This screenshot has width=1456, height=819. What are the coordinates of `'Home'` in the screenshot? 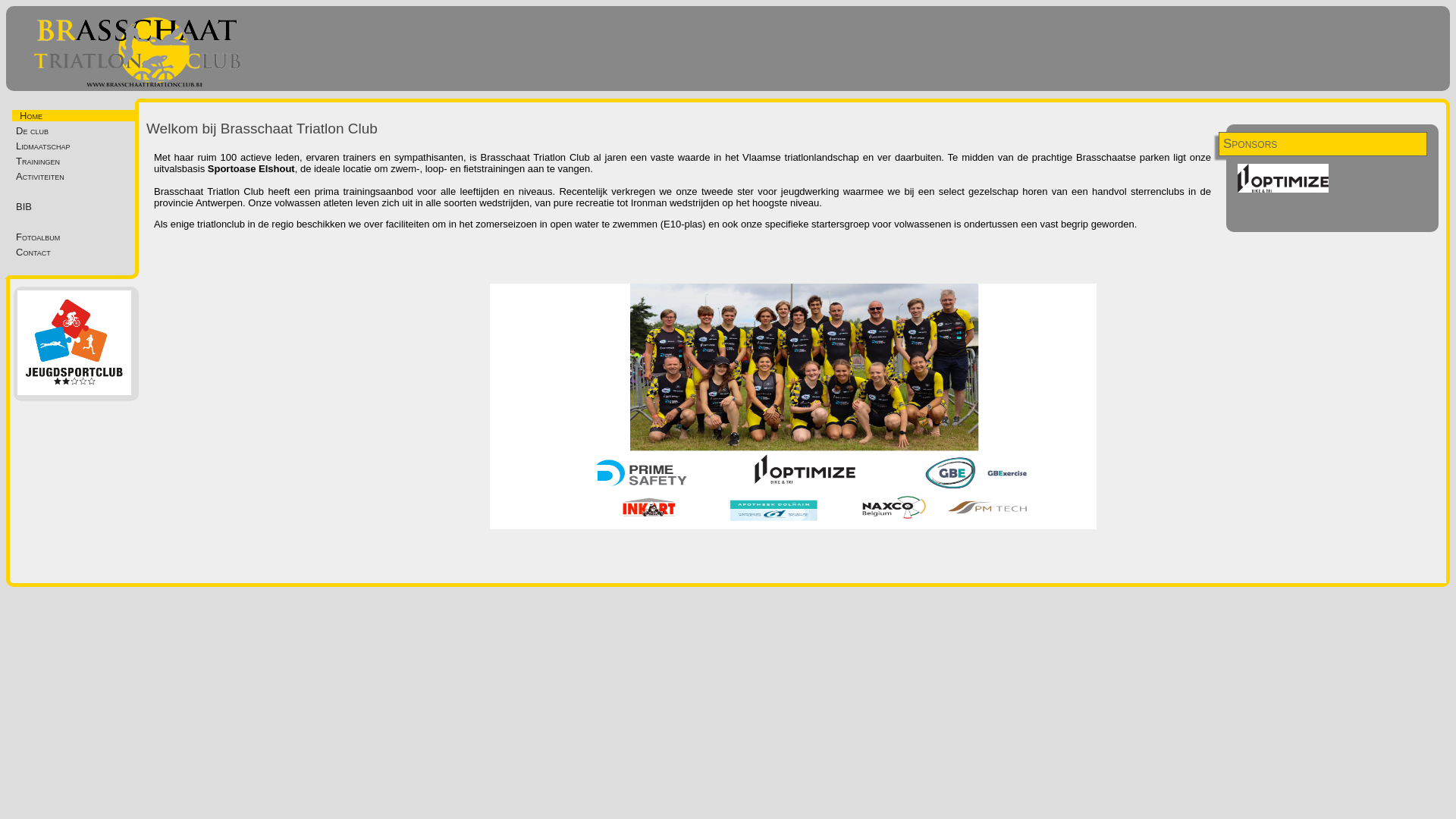 It's located at (29, 115).